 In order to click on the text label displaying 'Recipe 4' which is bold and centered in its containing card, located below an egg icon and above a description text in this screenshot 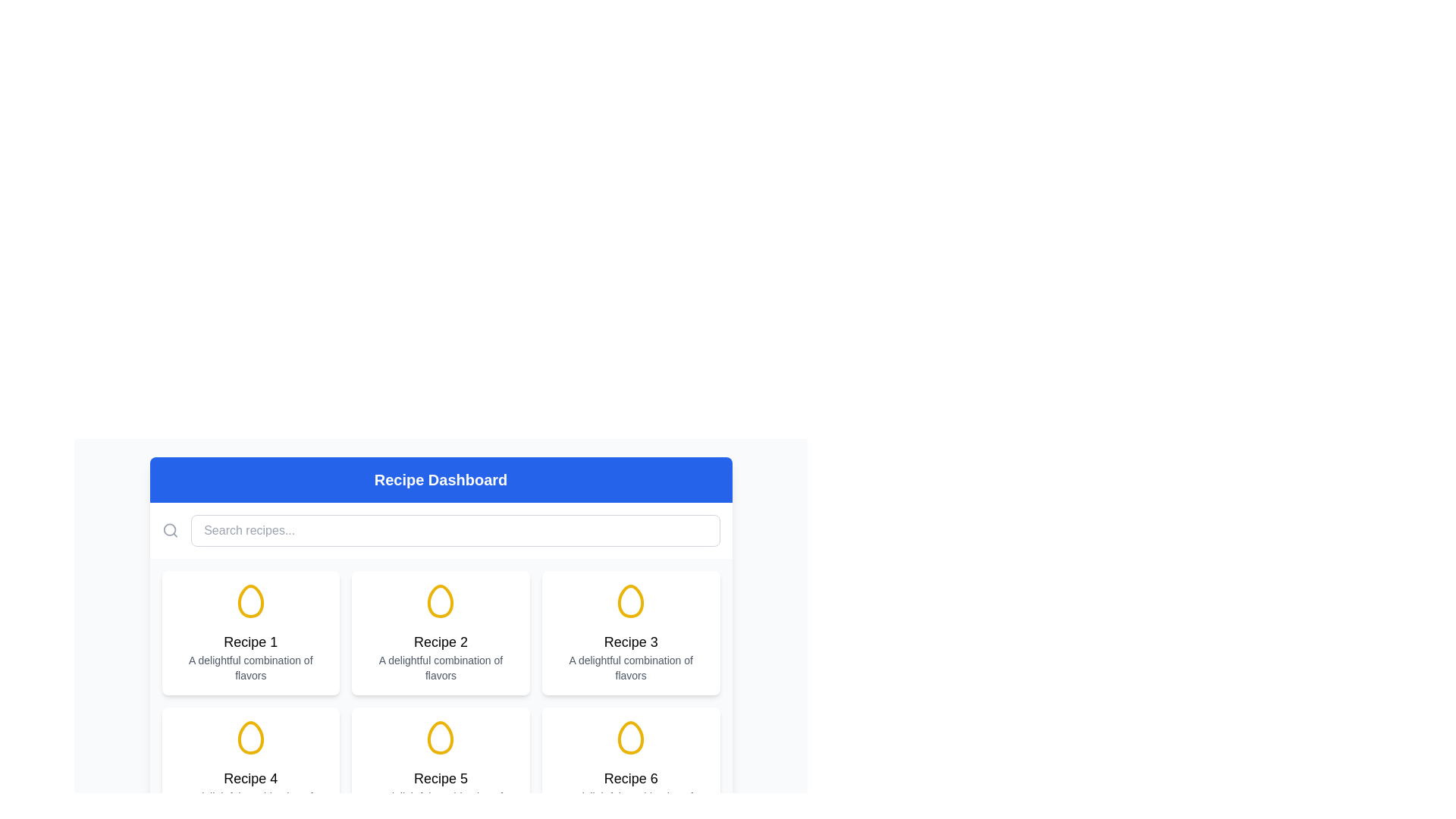, I will do `click(250, 778)`.